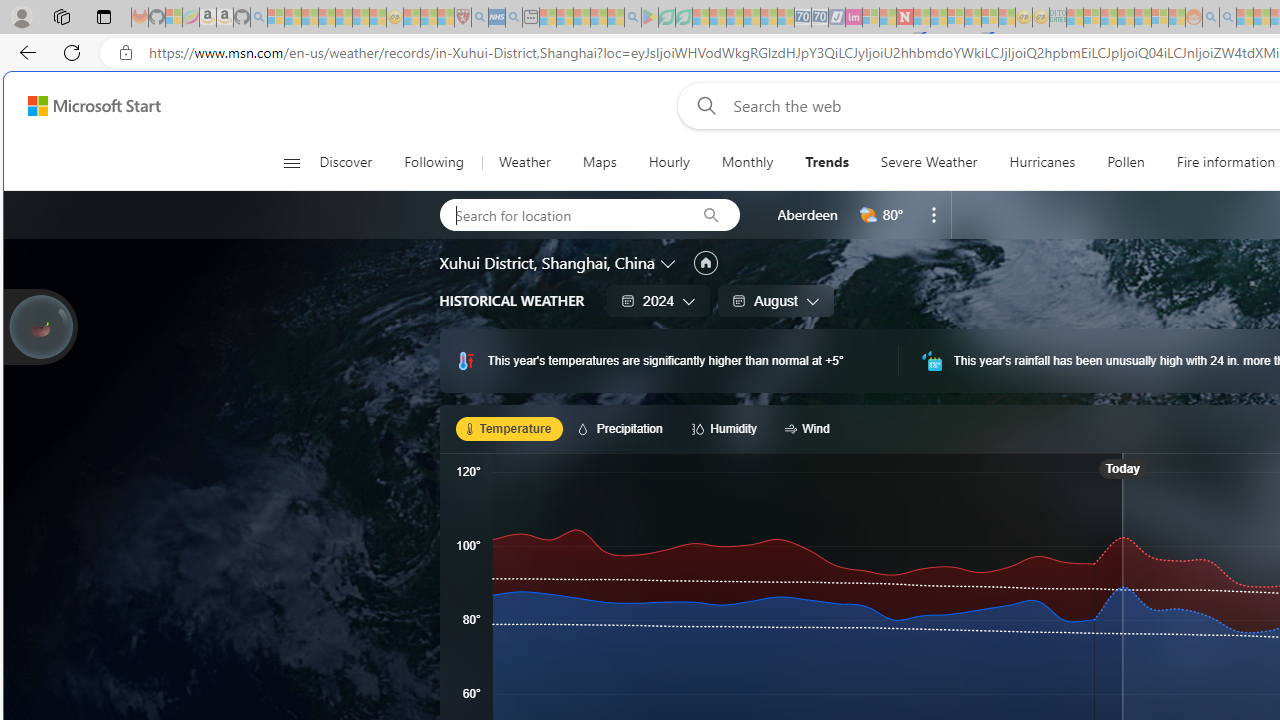 This screenshot has width=1280, height=720. What do you see at coordinates (746, 162) in the screenshot?
I see `'Monthly'` at bounding box center [746, 162].